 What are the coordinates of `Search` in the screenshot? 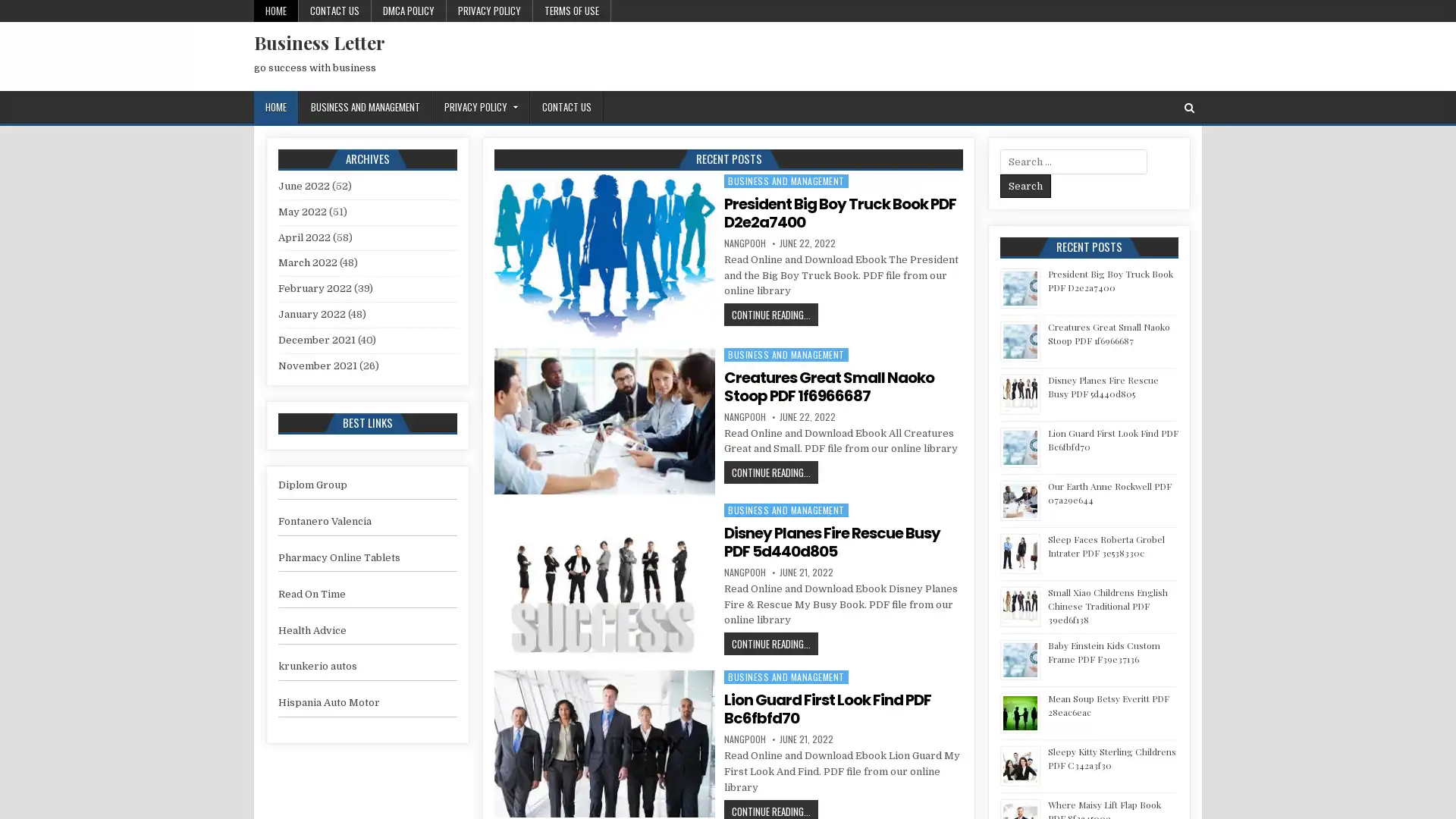 It's located at (1025, 185).